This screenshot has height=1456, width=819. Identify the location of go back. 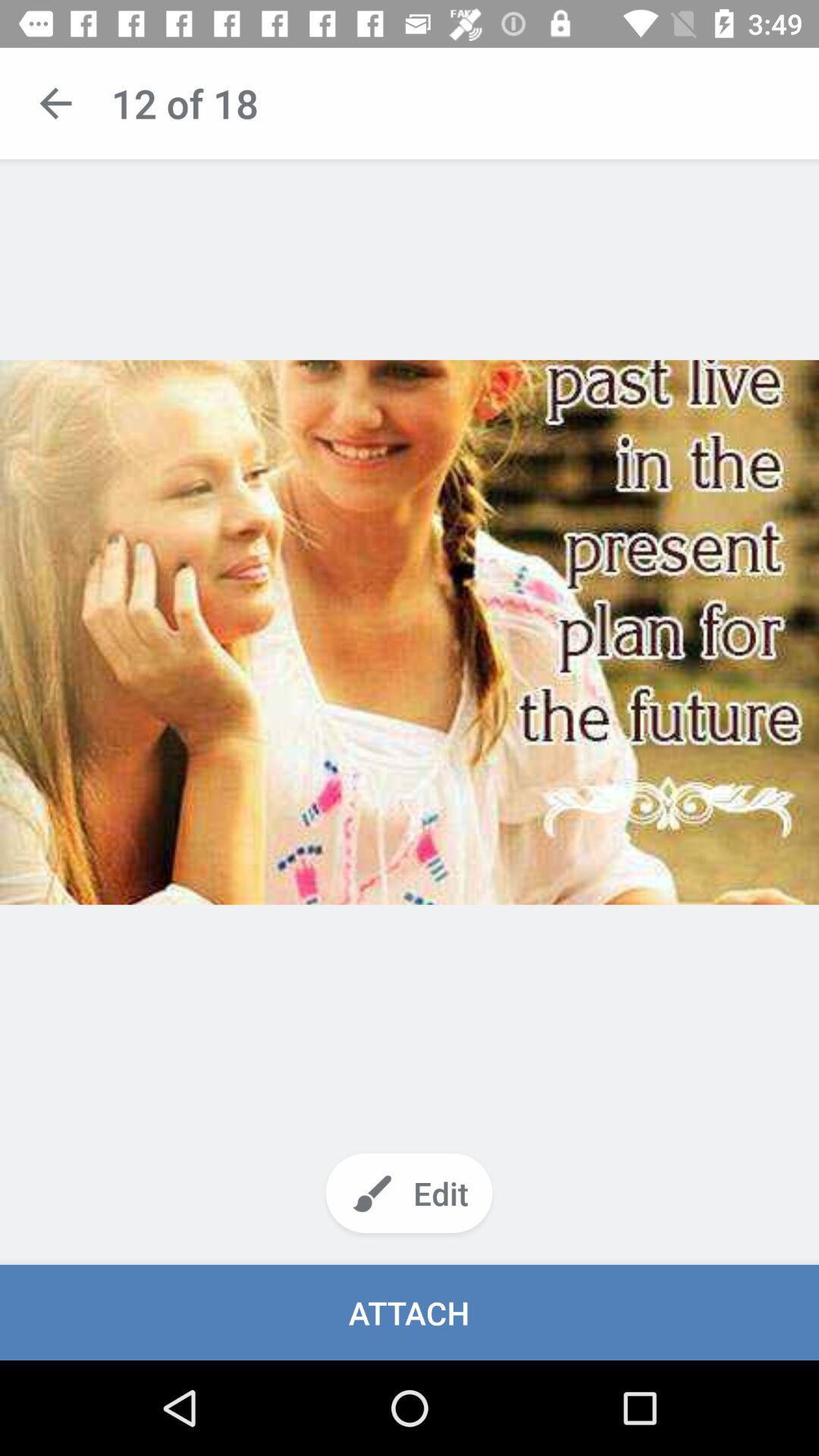
(55, 102).